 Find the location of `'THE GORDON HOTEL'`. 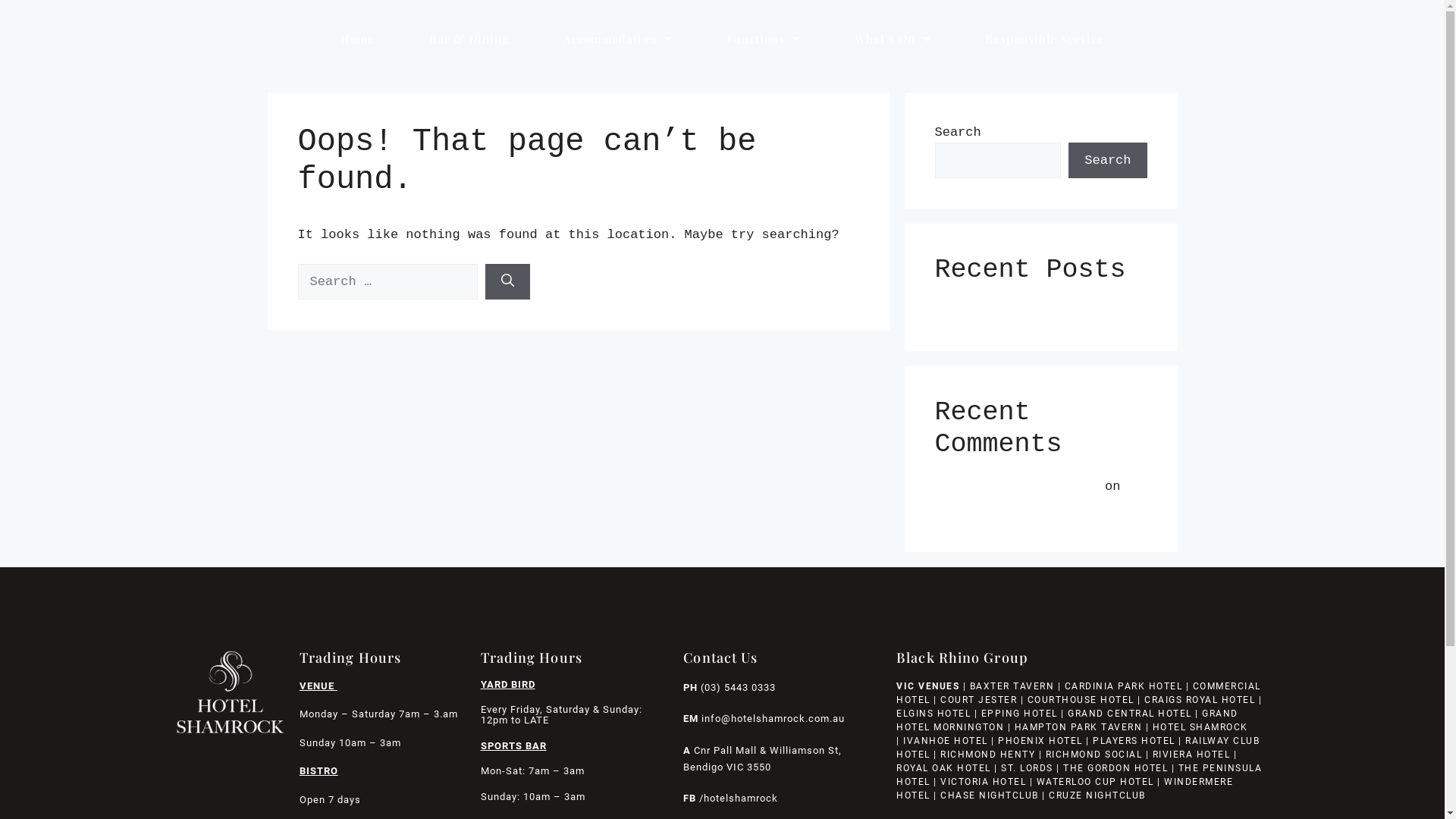

'THE GORDON HOTEL' is located at coordinates (1115, 768).